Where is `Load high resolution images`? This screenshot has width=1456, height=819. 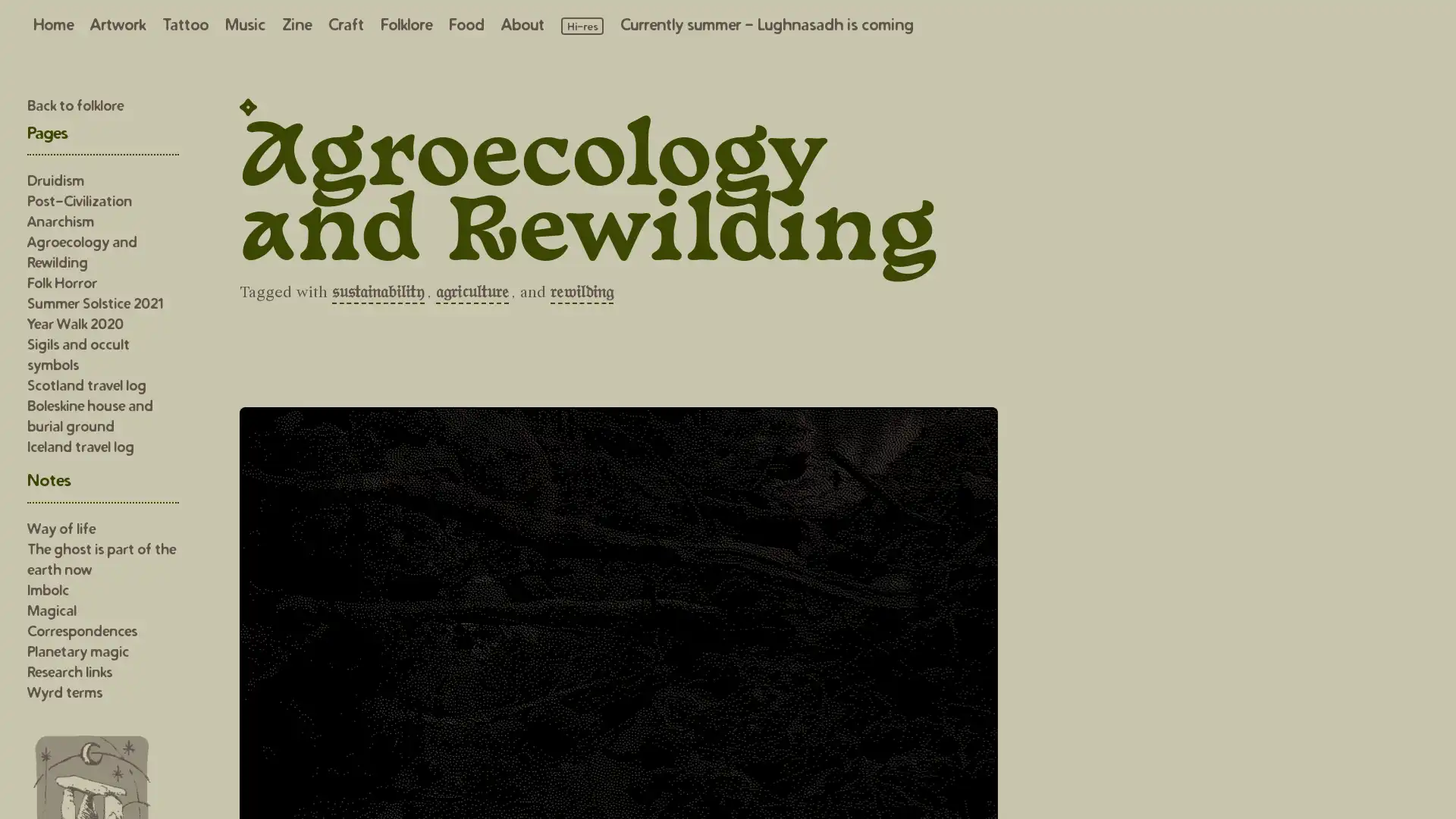
Load high resolution images is located at coordinates (582, 26).